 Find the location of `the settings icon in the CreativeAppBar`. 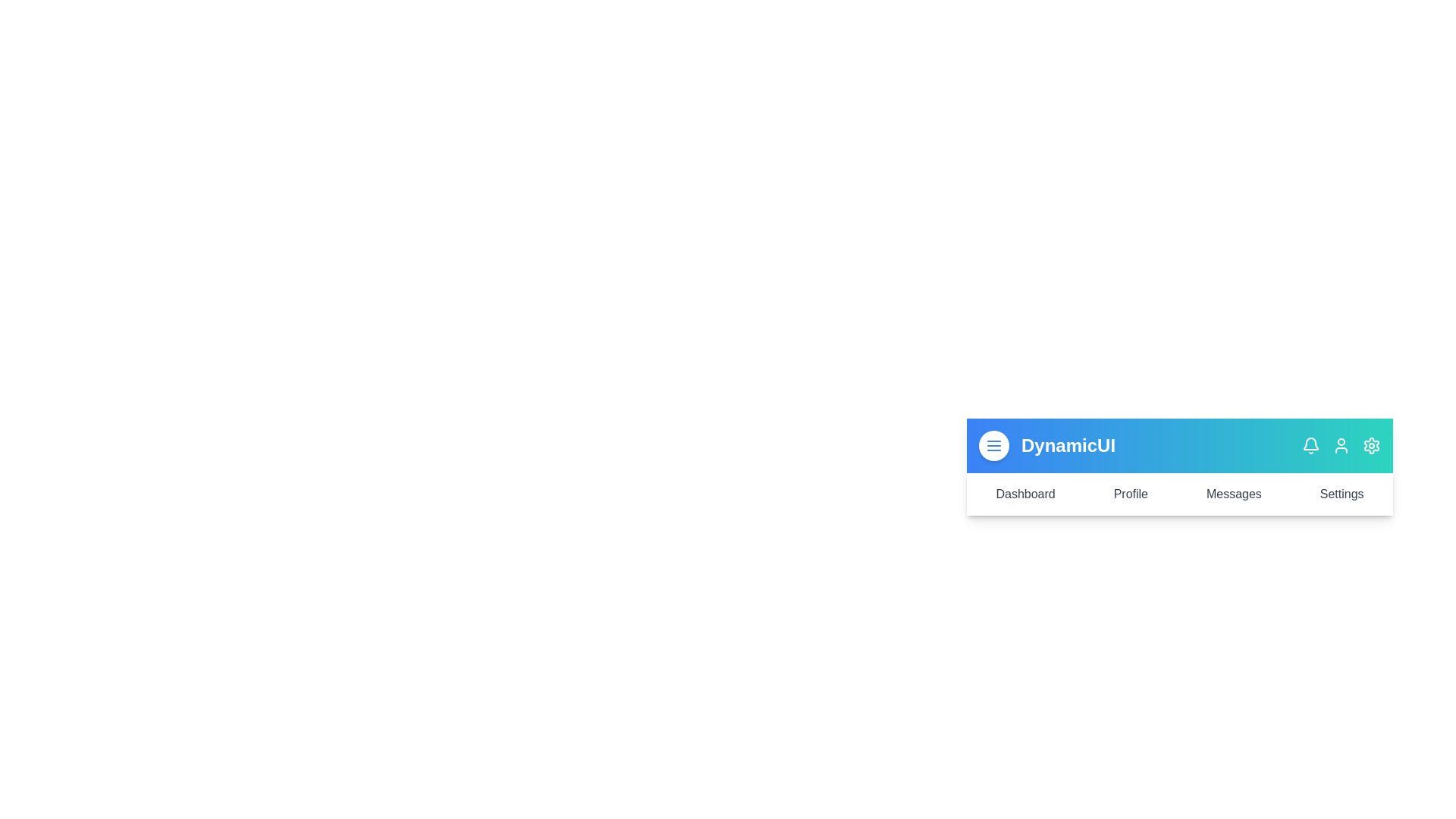

the settings icon in the CreativeAppBar is located at coordinates (1372, 444).